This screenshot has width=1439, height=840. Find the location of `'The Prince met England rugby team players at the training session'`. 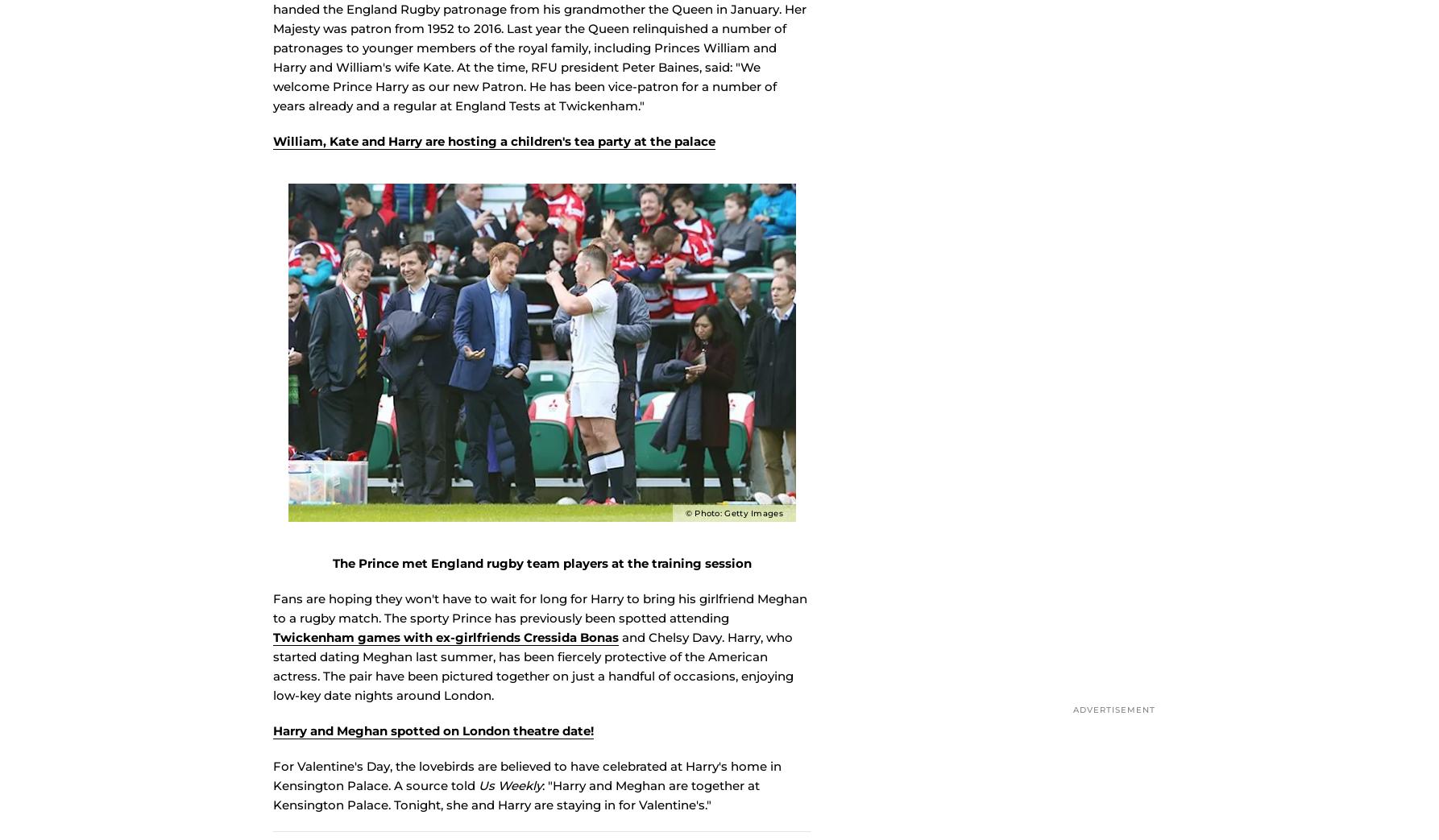

'The Prince met England rugby team players at the training session' is located at coordinates (541, 587).